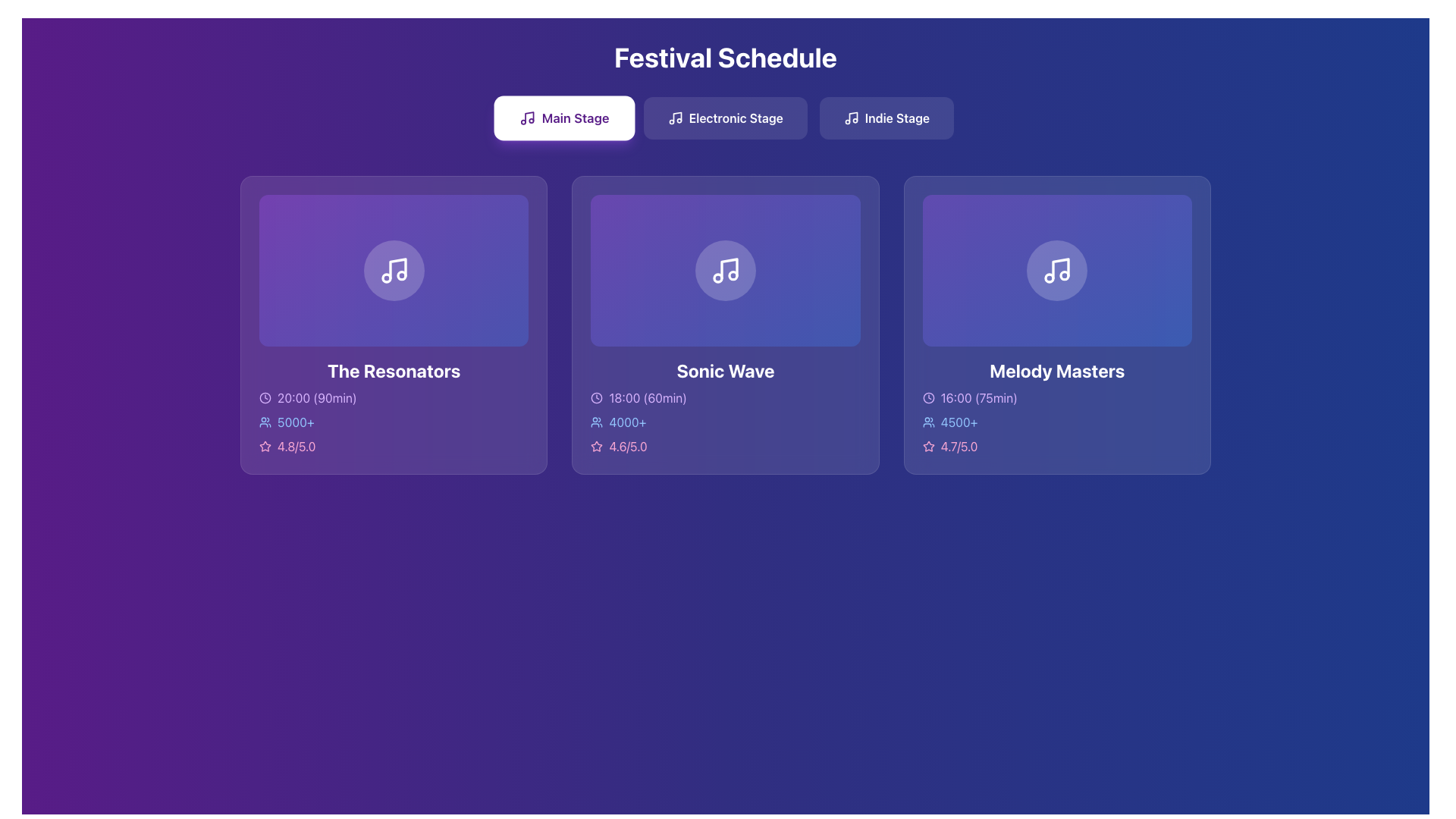 This screenshot has height=819, width=1456. What do you see at coordinates (394, 324) in the screenshot?
I see `the Informational Card displaying information about 'The Resonators', which is the first card in the horizontal layout of event cards in the 'Main Stage' category of the 'Festival Schedule'` at bounding box center [394, 324].